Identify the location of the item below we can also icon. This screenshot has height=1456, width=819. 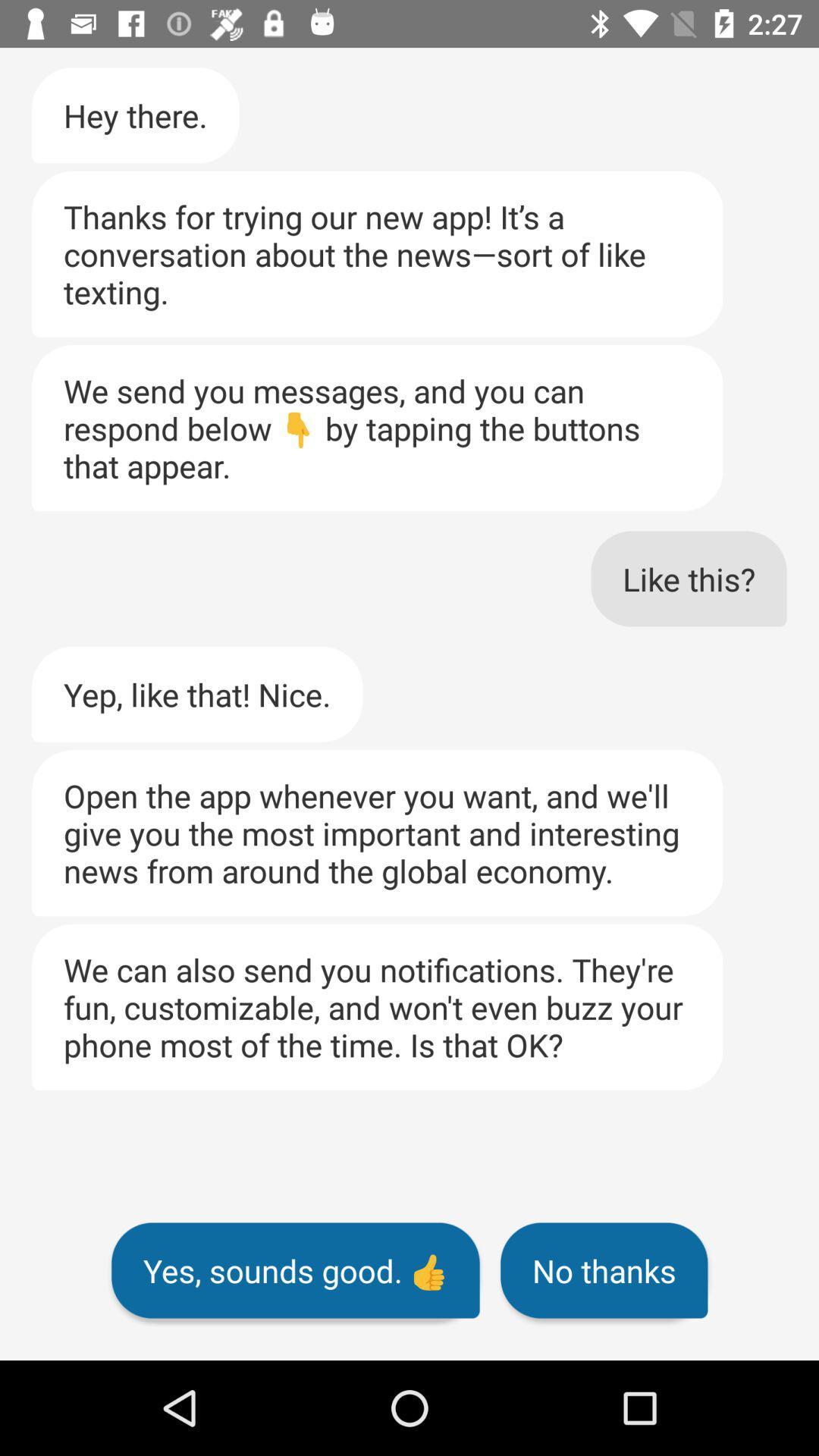
(295, 1270).